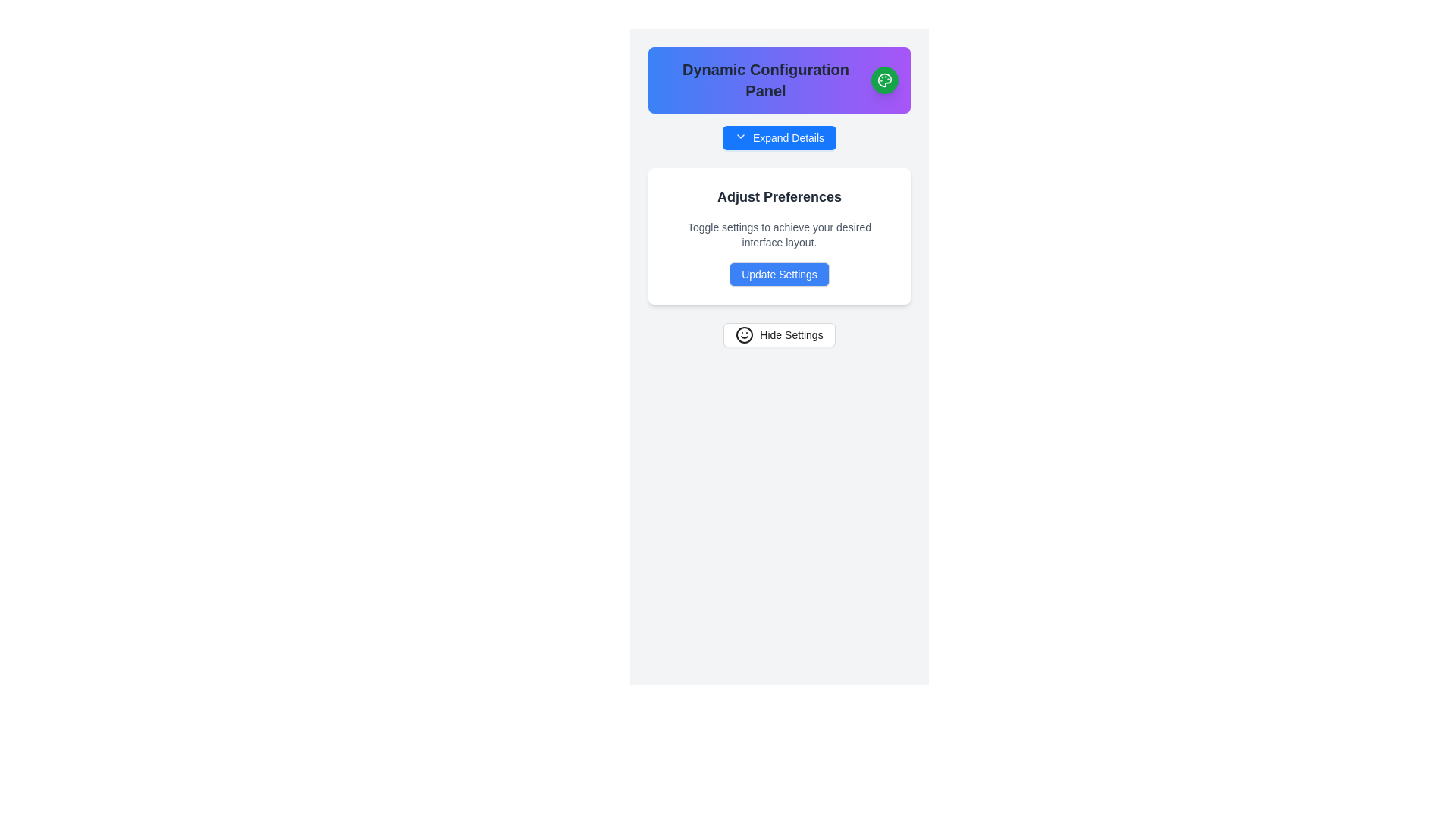 The image size is (1456, 819). I want to click on the blue button labeled 'Update Settings' with white text, so click(779, 275).